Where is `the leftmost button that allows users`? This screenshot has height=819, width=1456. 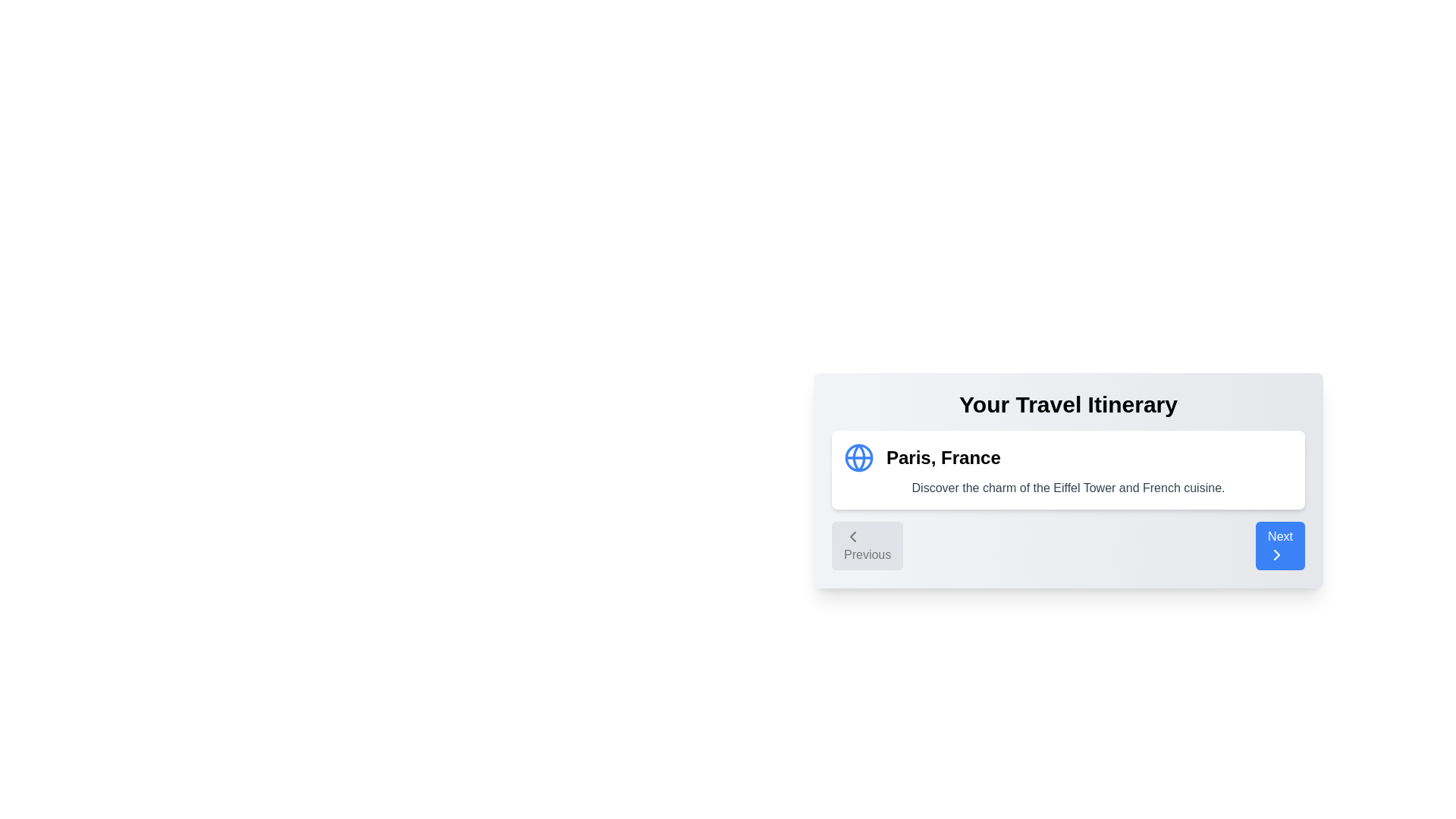 the leftmost button that allows users is located at coordinates (867, 546).